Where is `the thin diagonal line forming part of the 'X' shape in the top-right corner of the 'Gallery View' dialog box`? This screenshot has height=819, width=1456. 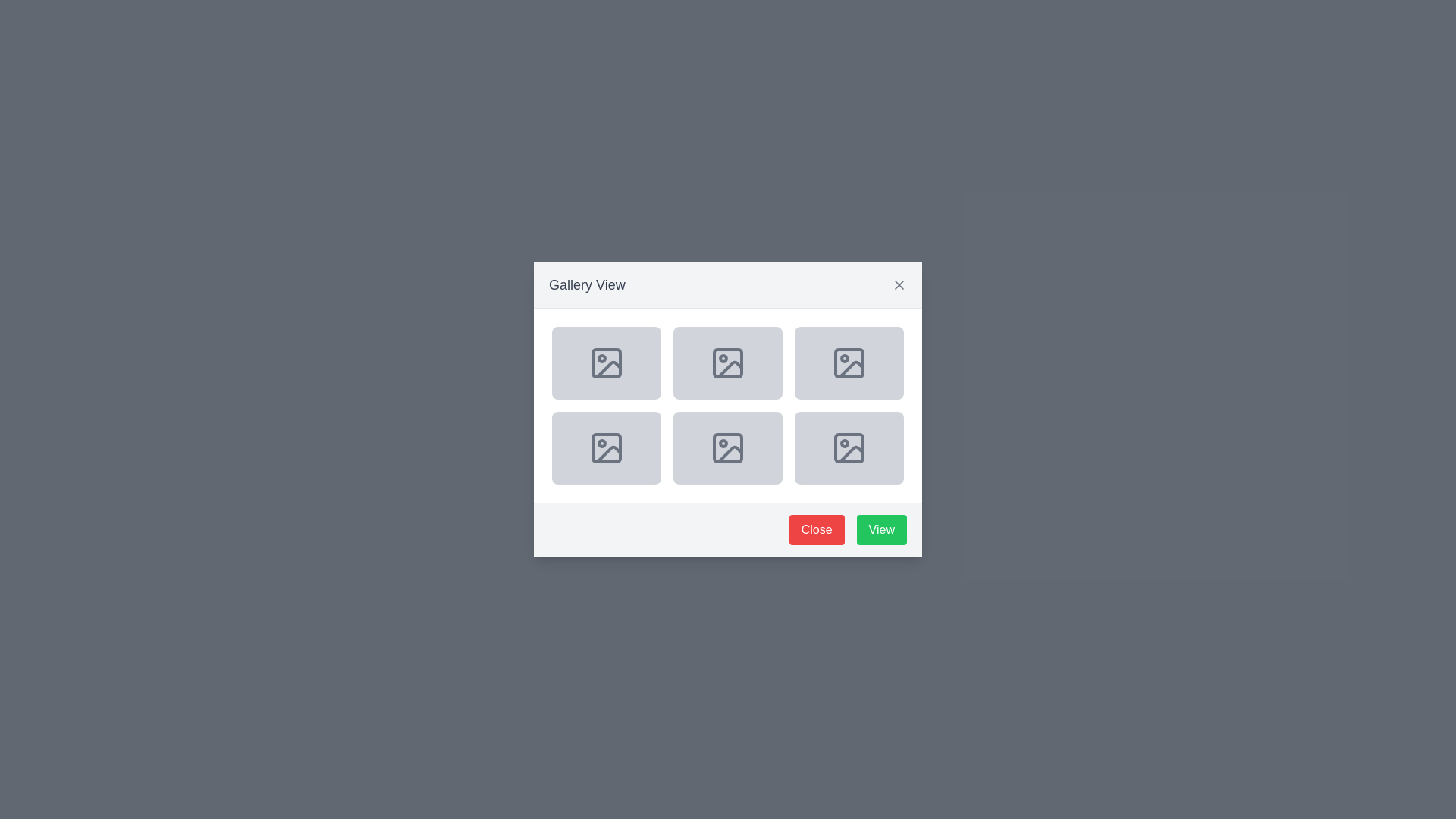
the thin diagonal line forming part of the 'X' shape in the top-right corner of the 'Gallery View' dialog box is located at coordinates (899, 284).